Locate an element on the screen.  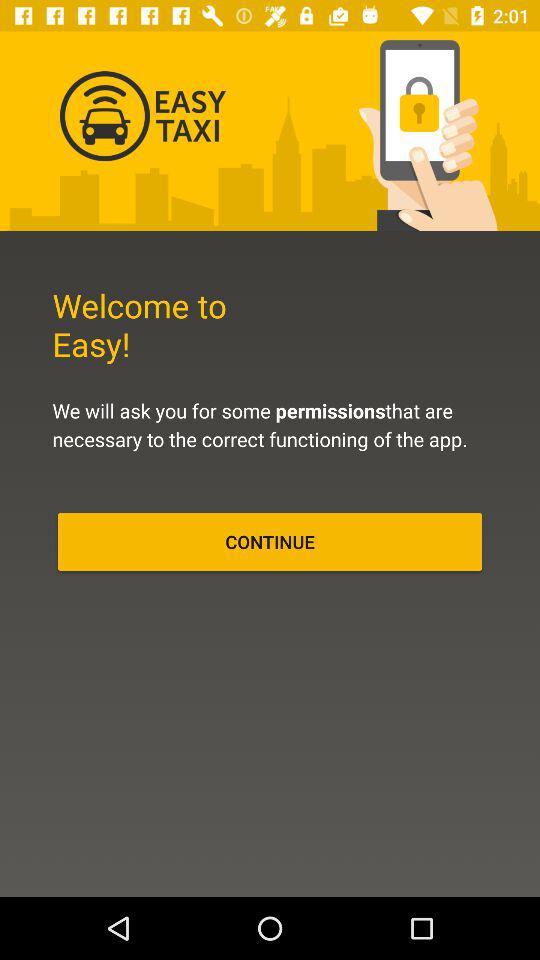
the item below the we will ask item is located at coordinates (270, 541).